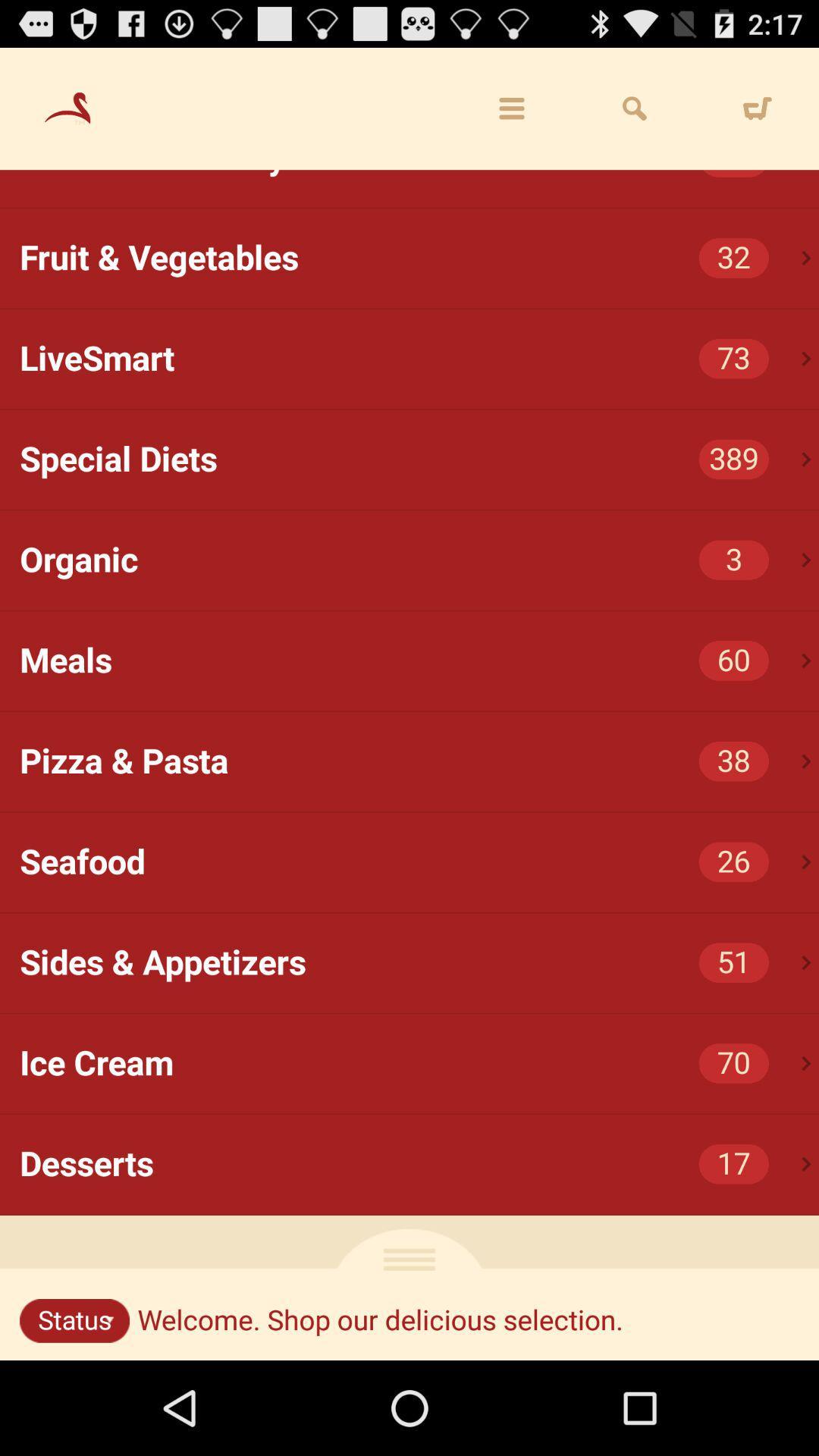 This screenshot has width=819, height=1456. What do you see at coordinates (419, 1163) in the screenshot?
I see `the desserts item` at bounding box center [419, 1163].